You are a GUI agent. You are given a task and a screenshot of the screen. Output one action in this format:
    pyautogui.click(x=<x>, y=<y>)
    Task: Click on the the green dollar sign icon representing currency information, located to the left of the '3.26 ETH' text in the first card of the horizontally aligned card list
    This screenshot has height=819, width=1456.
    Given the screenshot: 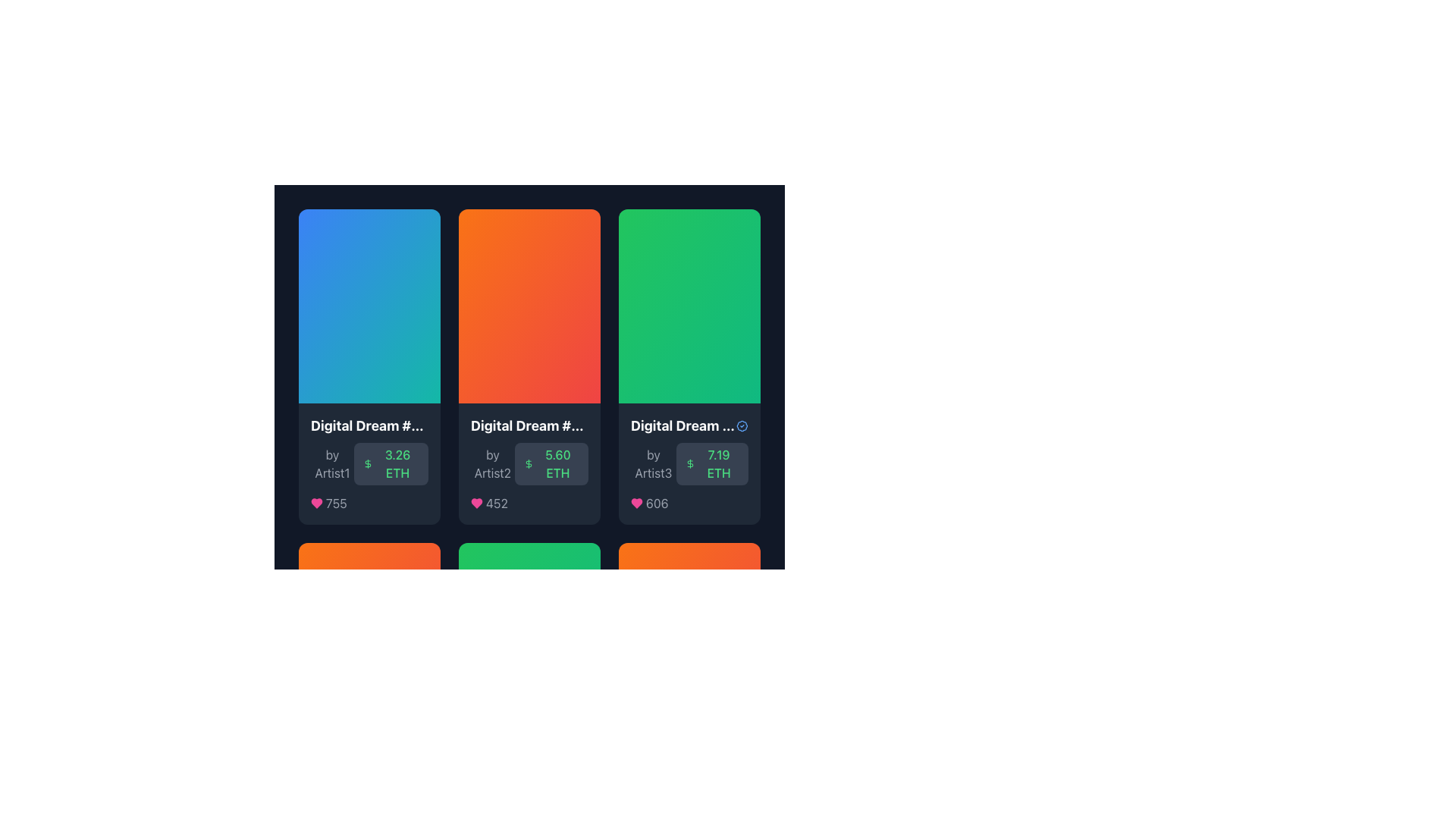 What is the action you would take?
    pyautogui.click(x=368, y=463)
    